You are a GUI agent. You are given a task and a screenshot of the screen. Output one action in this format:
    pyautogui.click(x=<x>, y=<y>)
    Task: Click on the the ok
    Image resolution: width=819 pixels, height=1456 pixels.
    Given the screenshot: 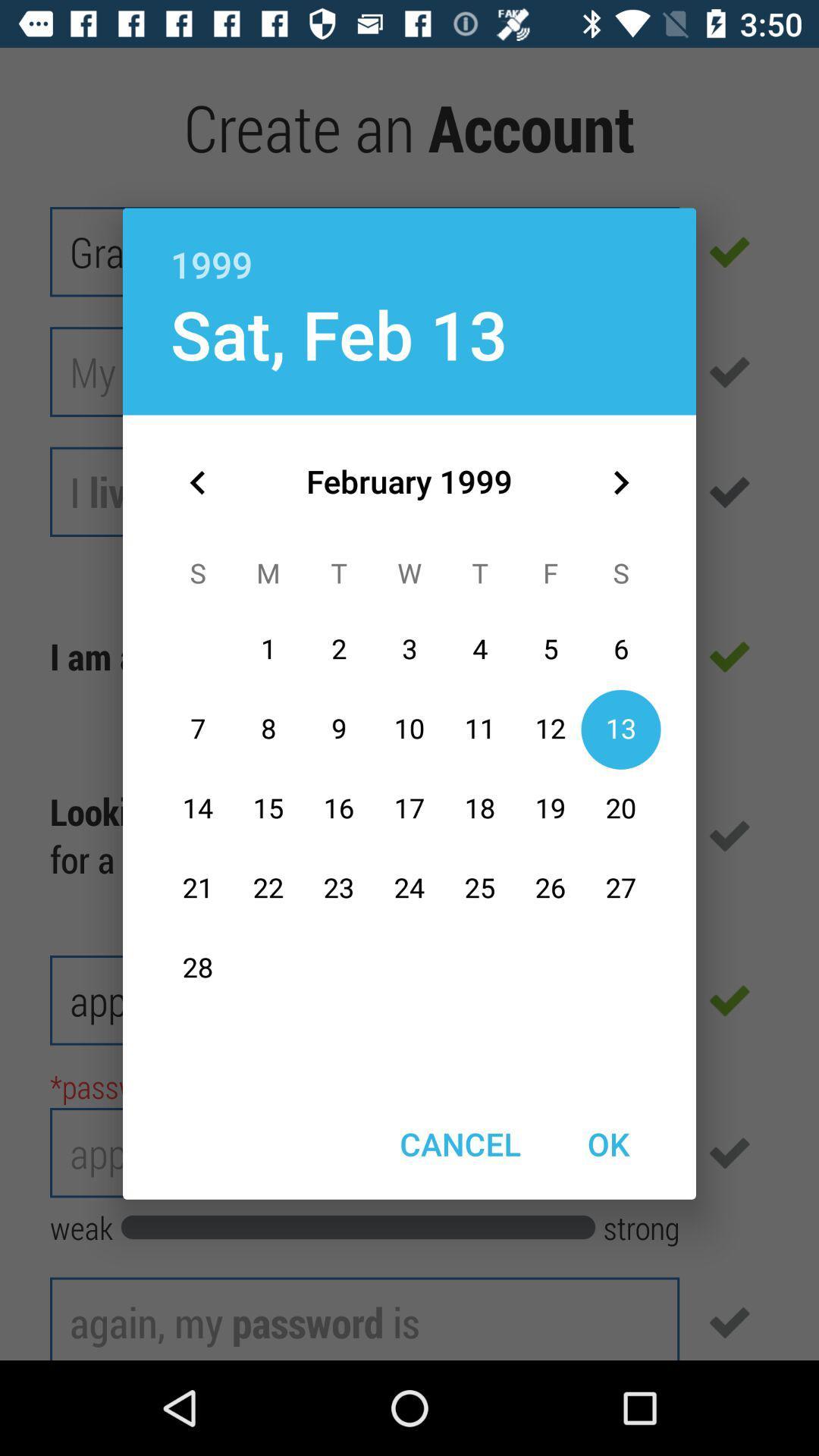 What is the action you would take?
    pyautogui.click(x=607, y=1144)
    